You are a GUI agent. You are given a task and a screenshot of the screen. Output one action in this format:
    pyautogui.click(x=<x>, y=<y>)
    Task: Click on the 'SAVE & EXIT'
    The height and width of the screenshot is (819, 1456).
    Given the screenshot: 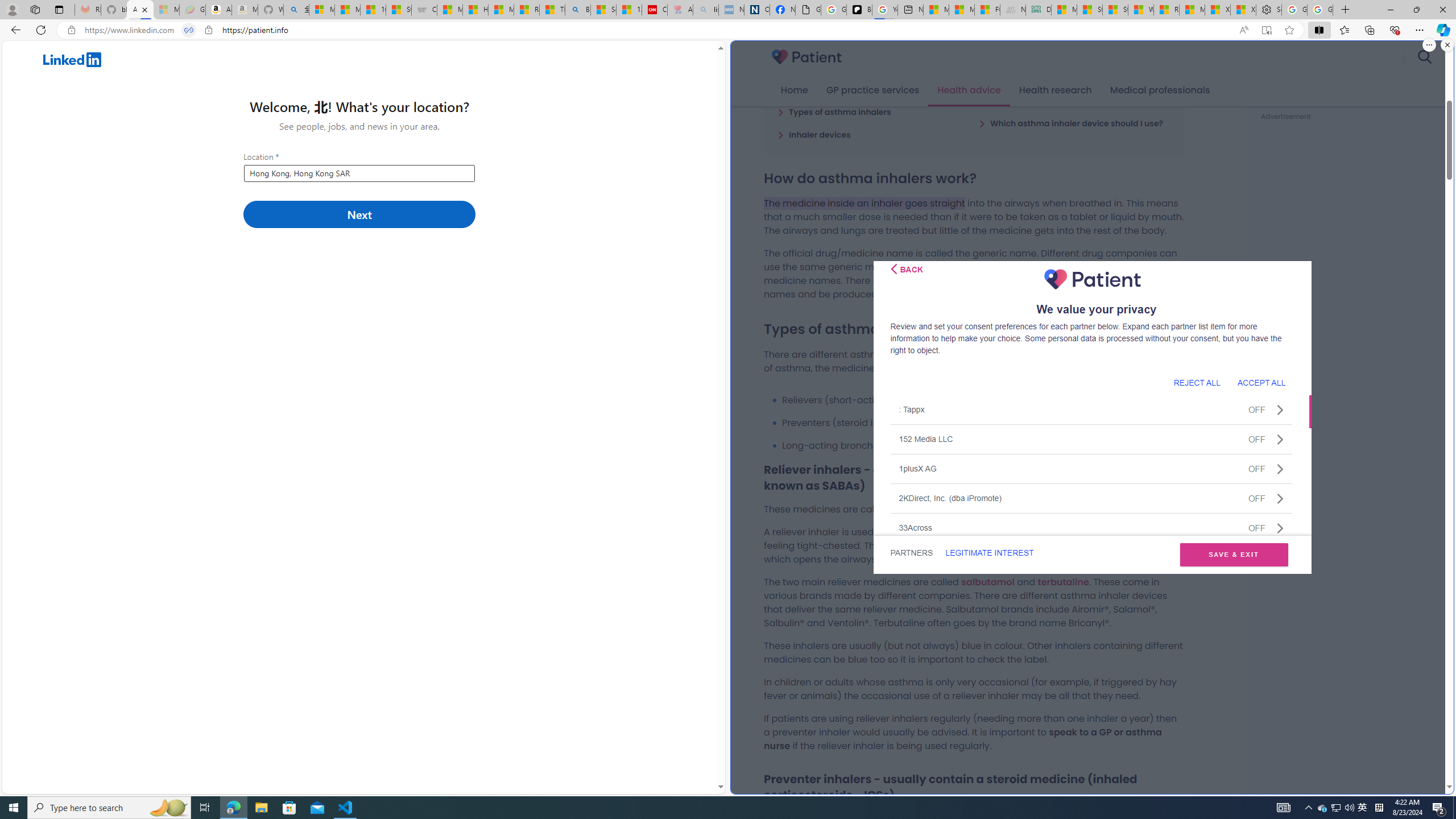 What is the action you would take?
    pyautogui.click(x=1233, y=554)
    